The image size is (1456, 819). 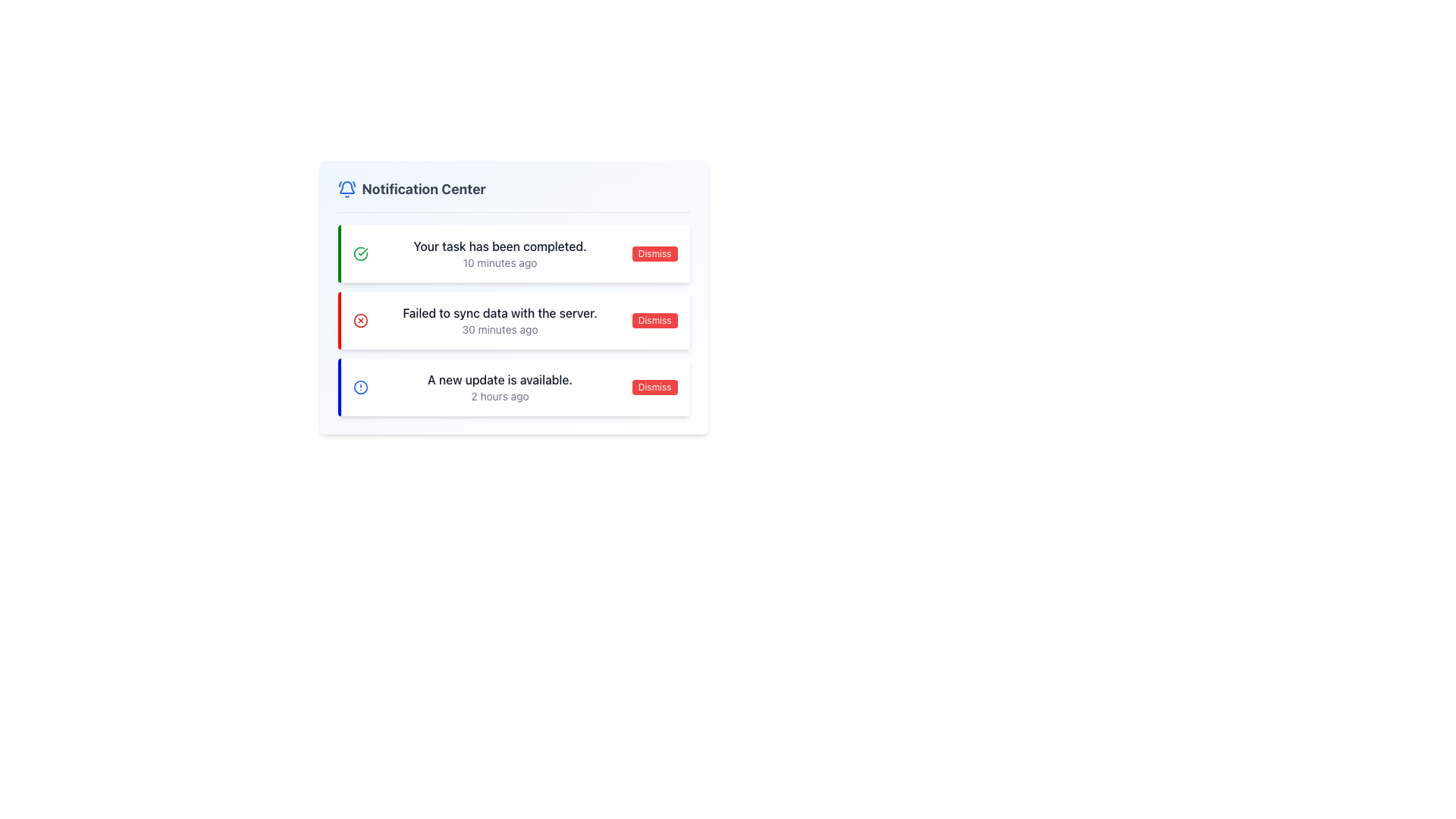 I want to click on the text label that provides the timestamp for the notification indicating when 'Your task has been completed.', so click(x=500, y=262).